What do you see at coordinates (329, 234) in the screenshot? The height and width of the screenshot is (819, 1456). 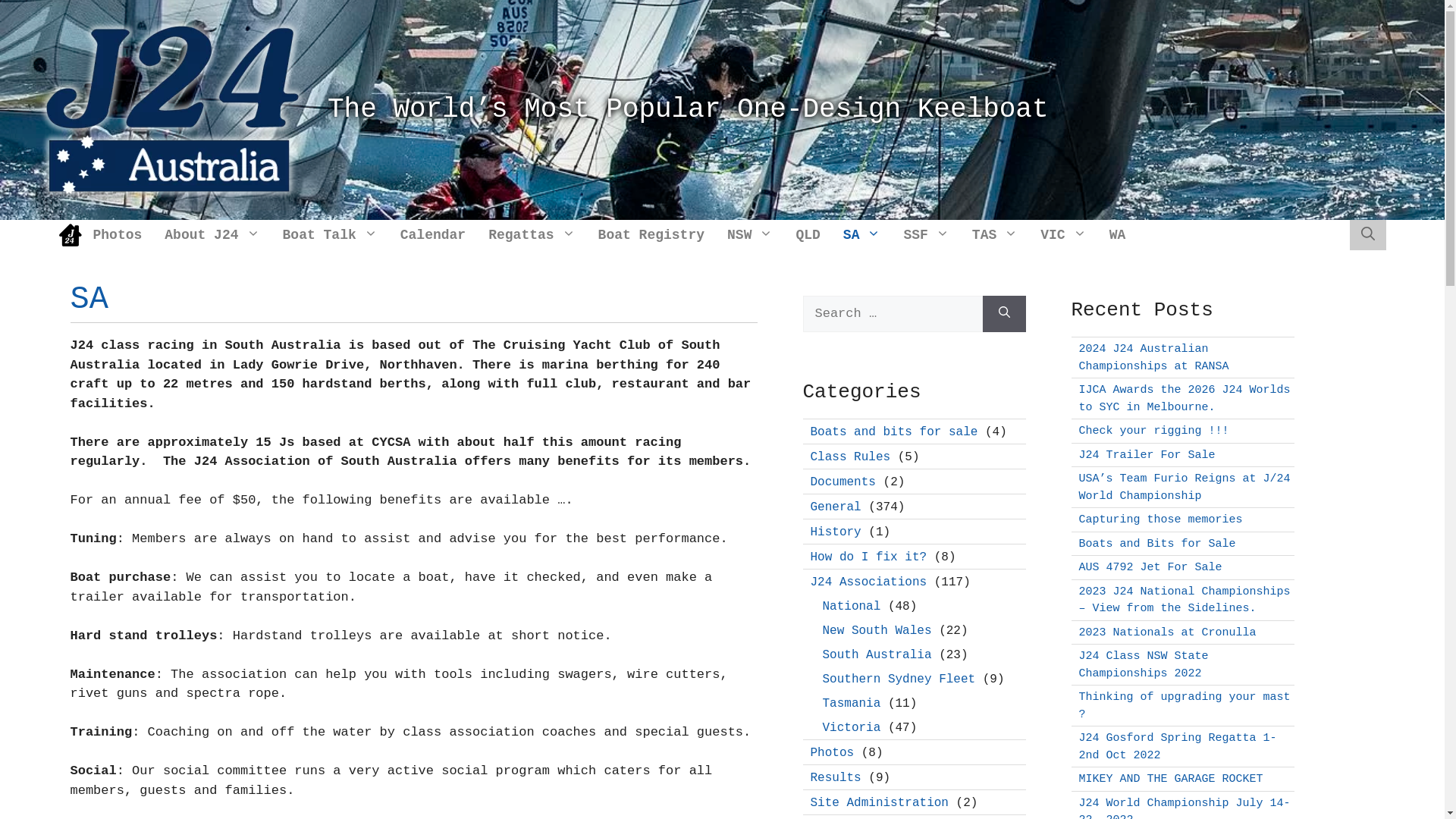 I see `'Boat Talk'` at bounding box center [329, 234].